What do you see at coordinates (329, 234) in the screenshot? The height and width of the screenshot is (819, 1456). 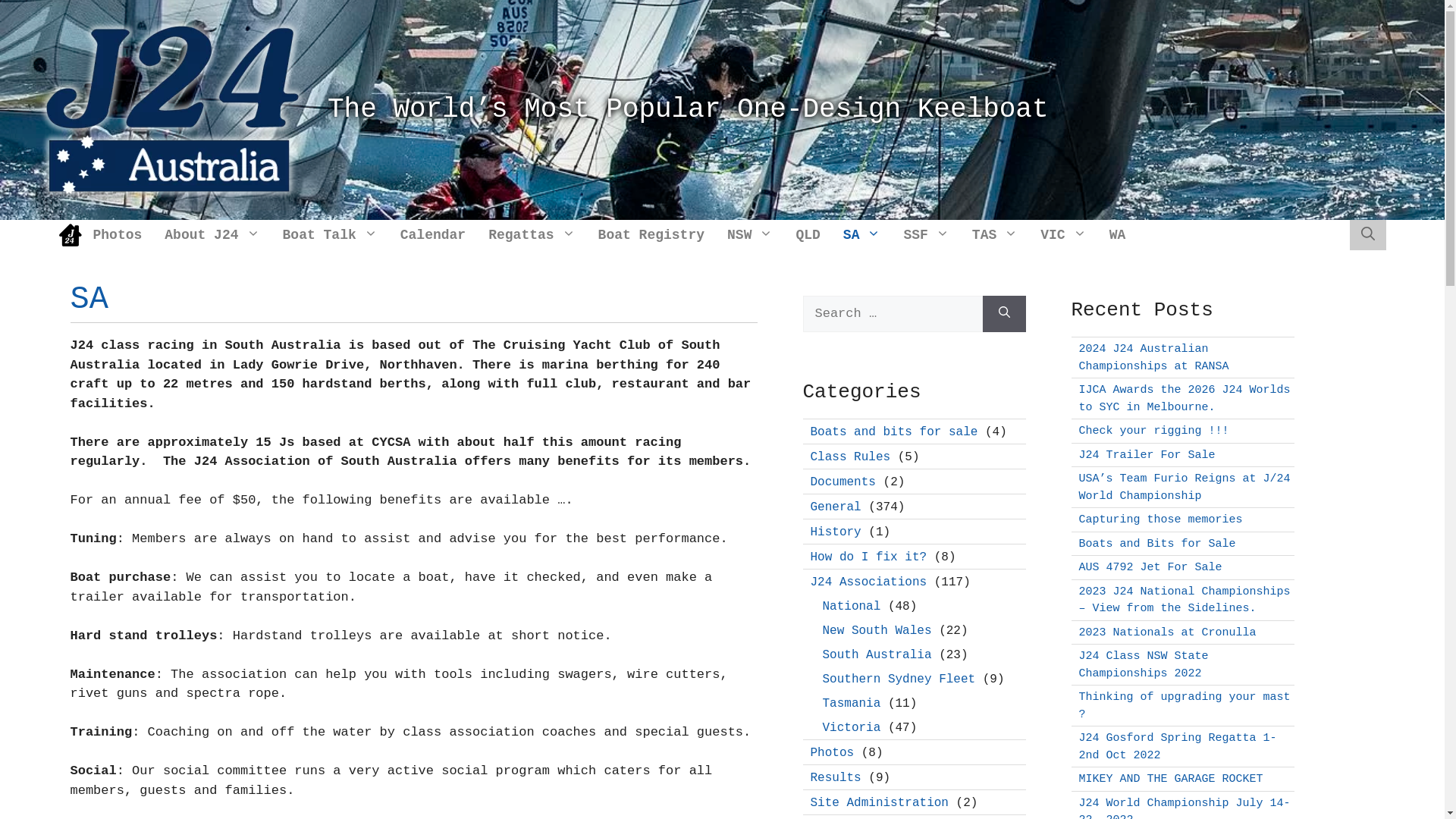 I see `'Boat Talk'` at bounding box center [329, 234].